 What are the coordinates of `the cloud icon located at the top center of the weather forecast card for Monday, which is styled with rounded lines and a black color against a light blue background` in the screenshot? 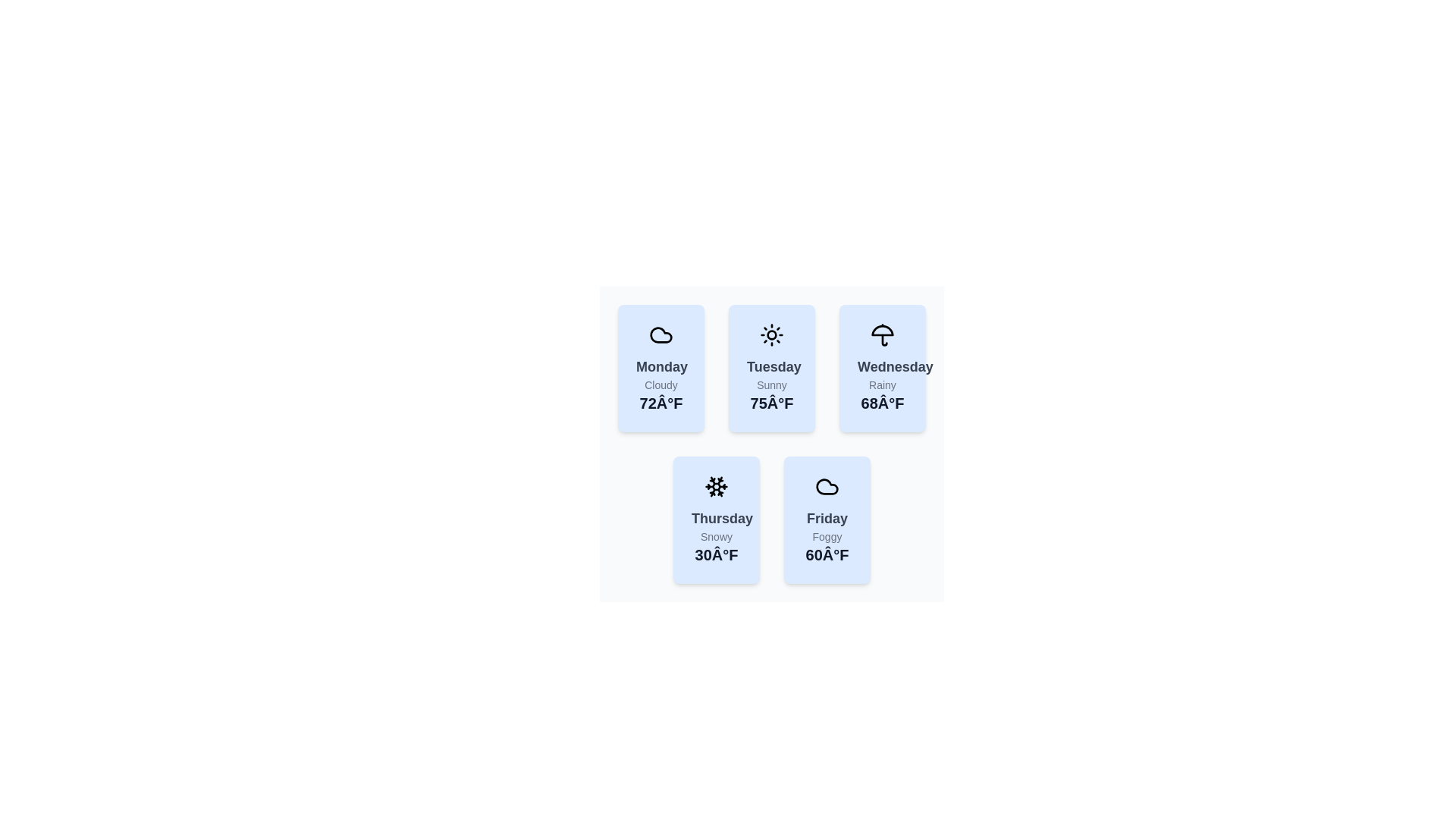 It's located at (661, 334).